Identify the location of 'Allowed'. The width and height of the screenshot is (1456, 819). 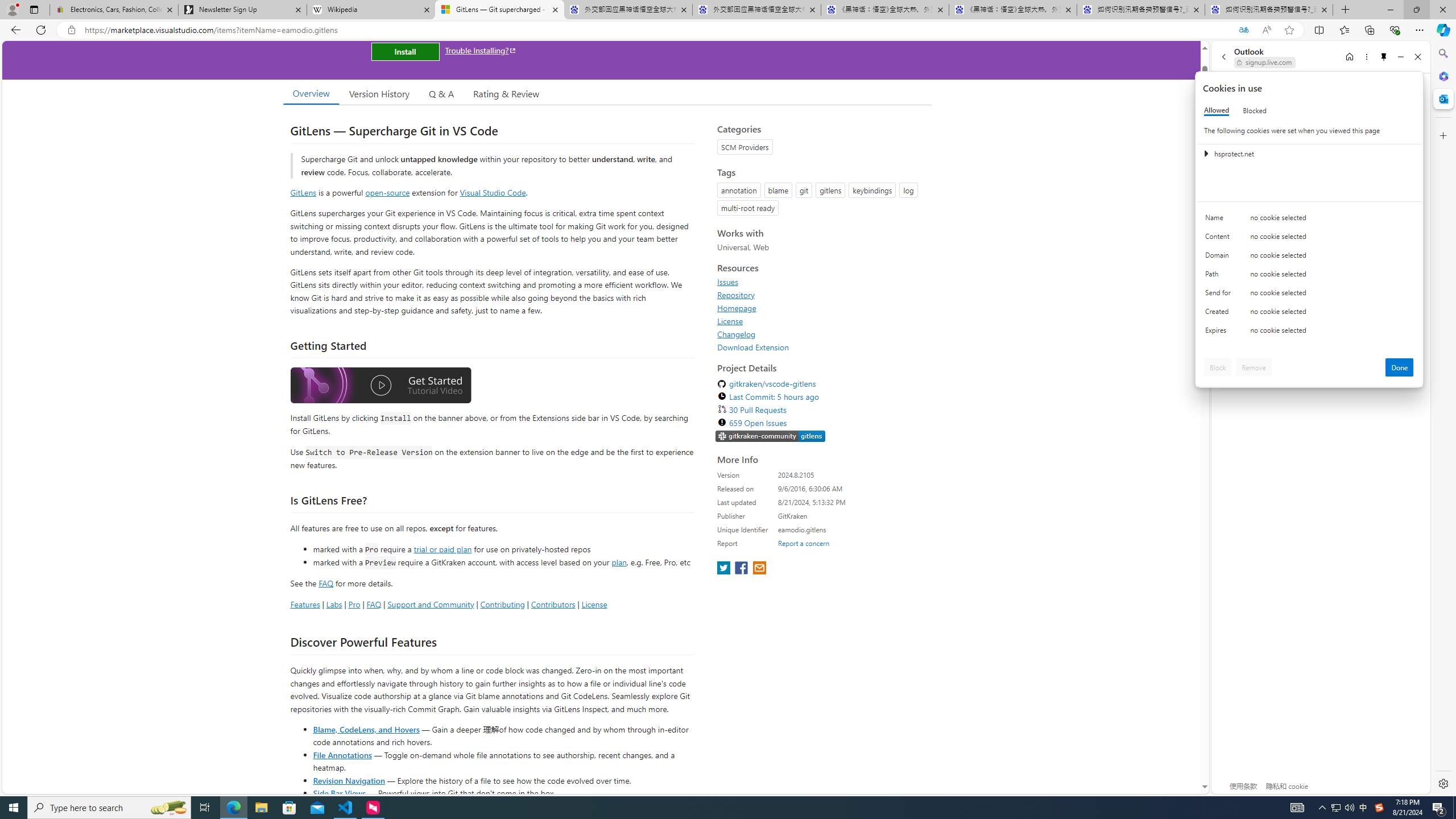
(1215, 110).